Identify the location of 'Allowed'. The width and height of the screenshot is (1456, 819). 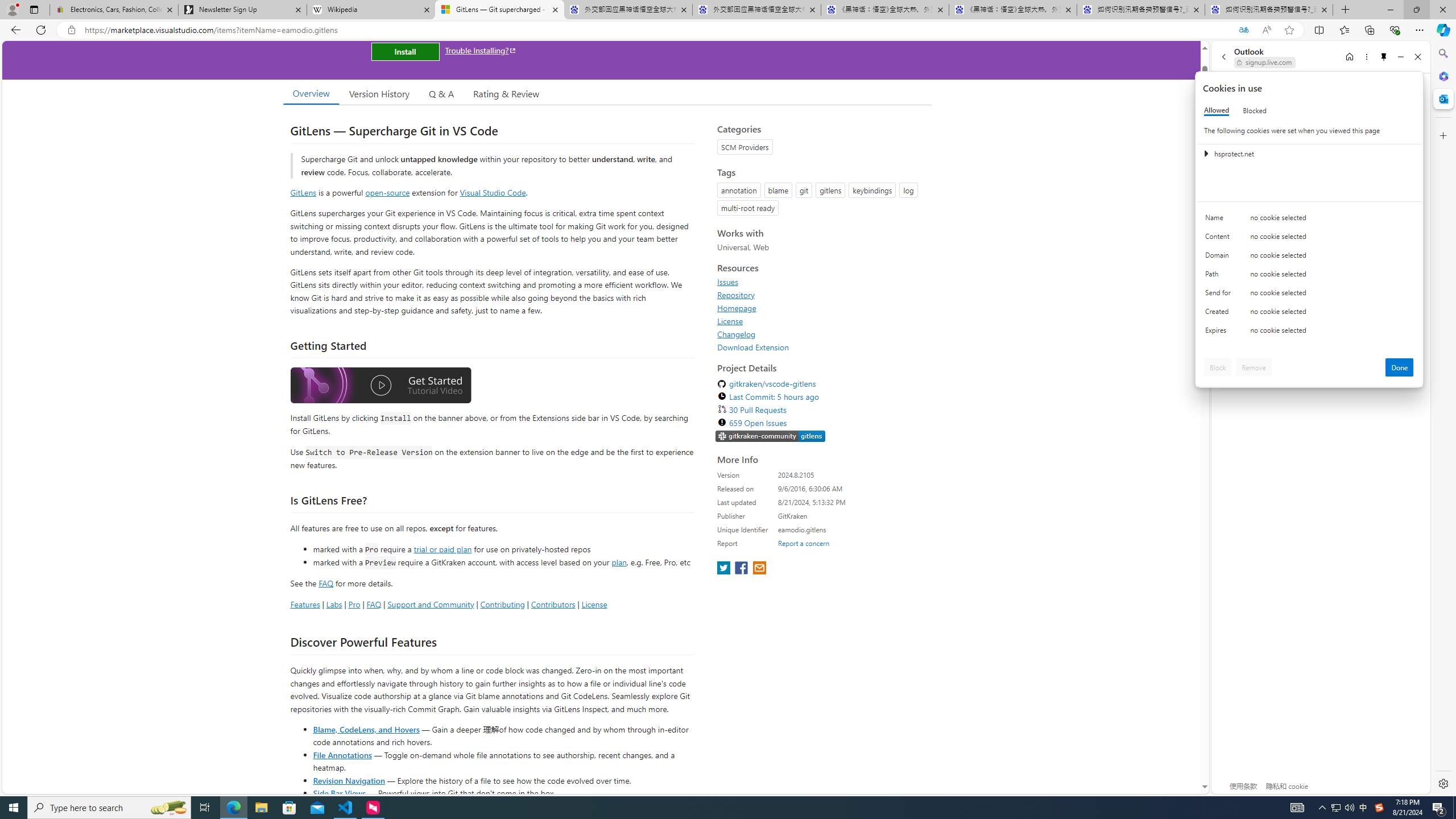
(1215, 110).